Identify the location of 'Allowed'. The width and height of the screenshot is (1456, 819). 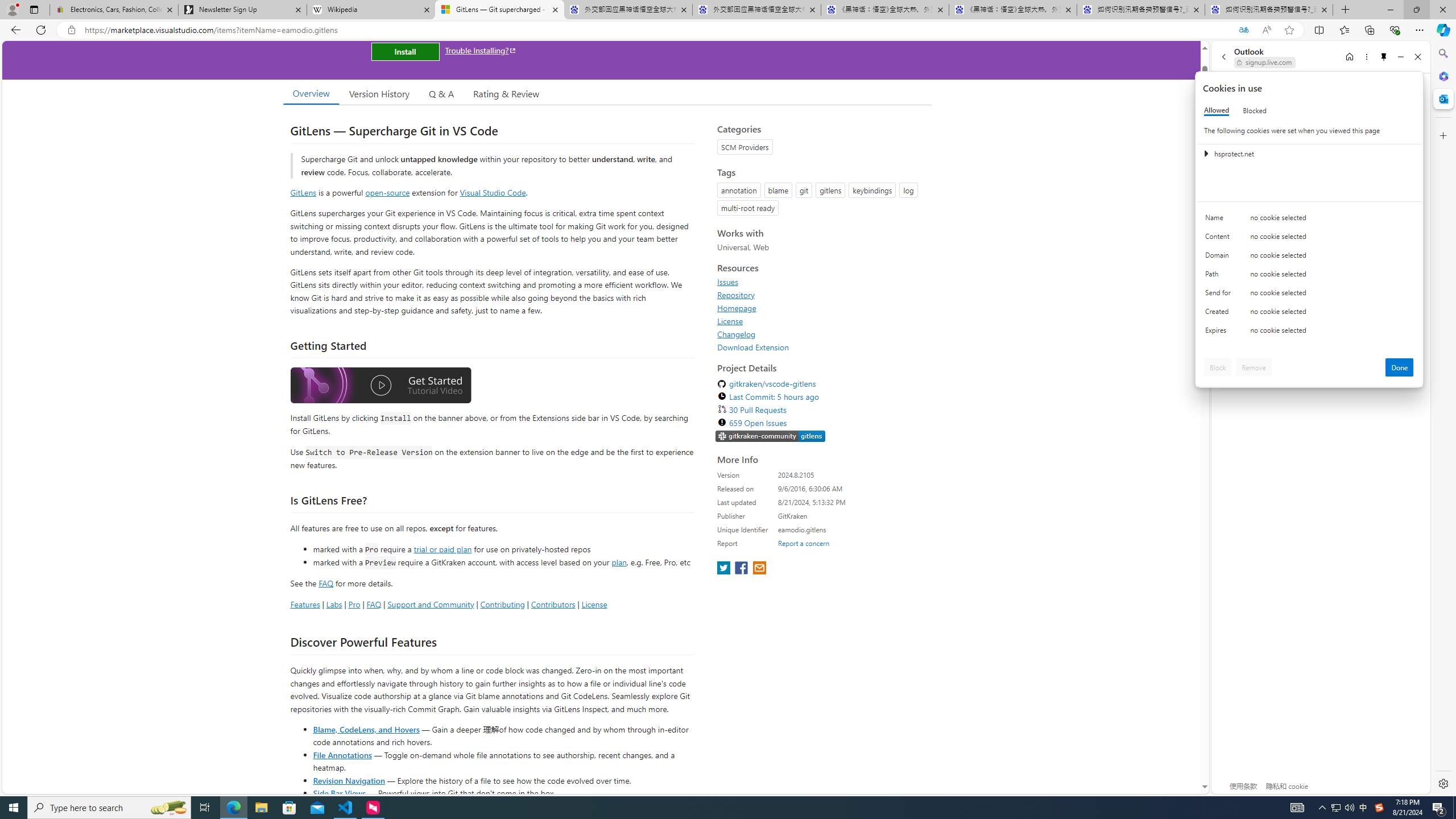
(1215, 110).